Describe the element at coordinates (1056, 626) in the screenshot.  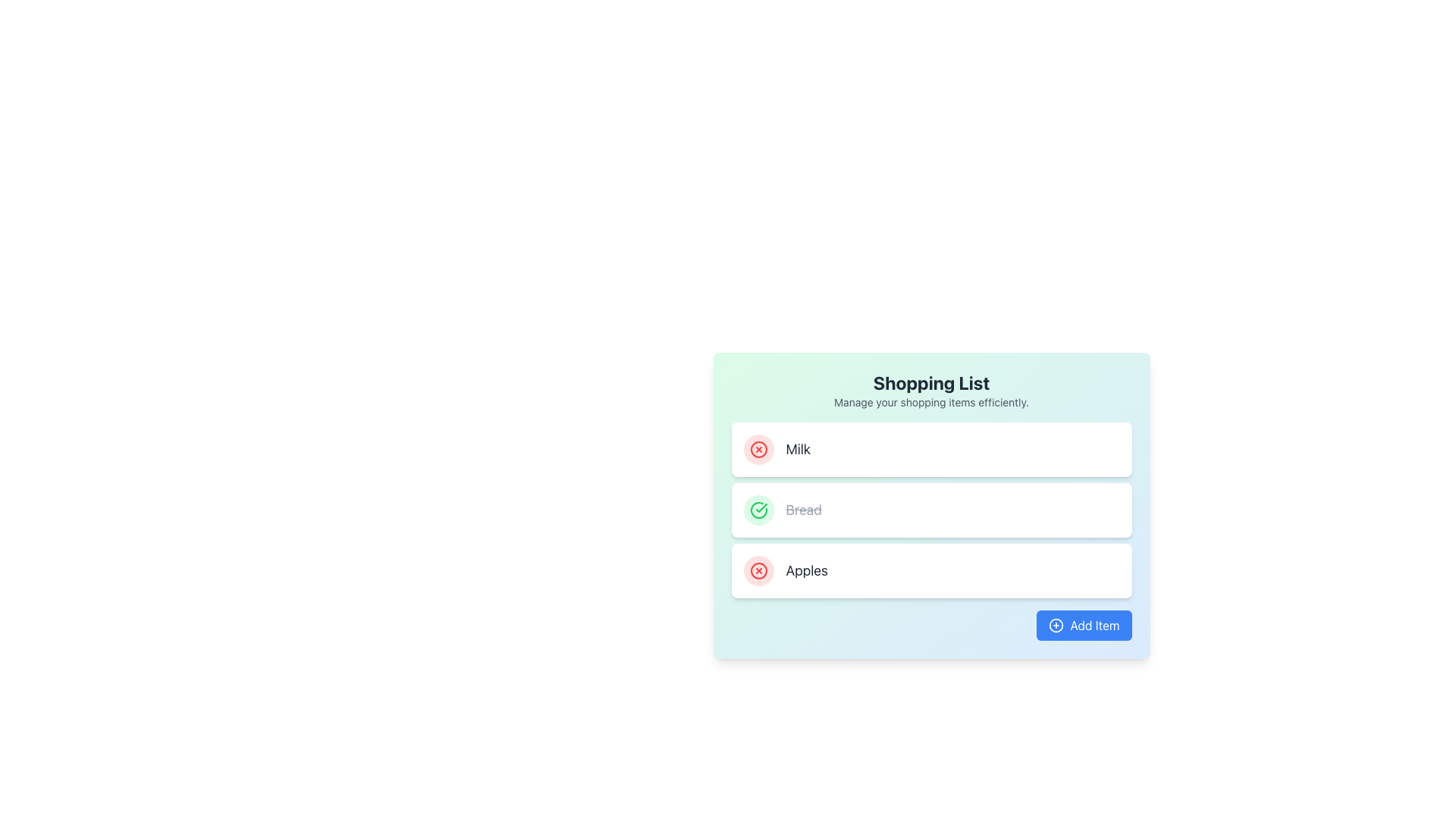
I see `the circular icon with a plus sign (+) in the center, which has a vivid blue outline and is located to the left of the 'Add Item' text inside a blue button` at that location.